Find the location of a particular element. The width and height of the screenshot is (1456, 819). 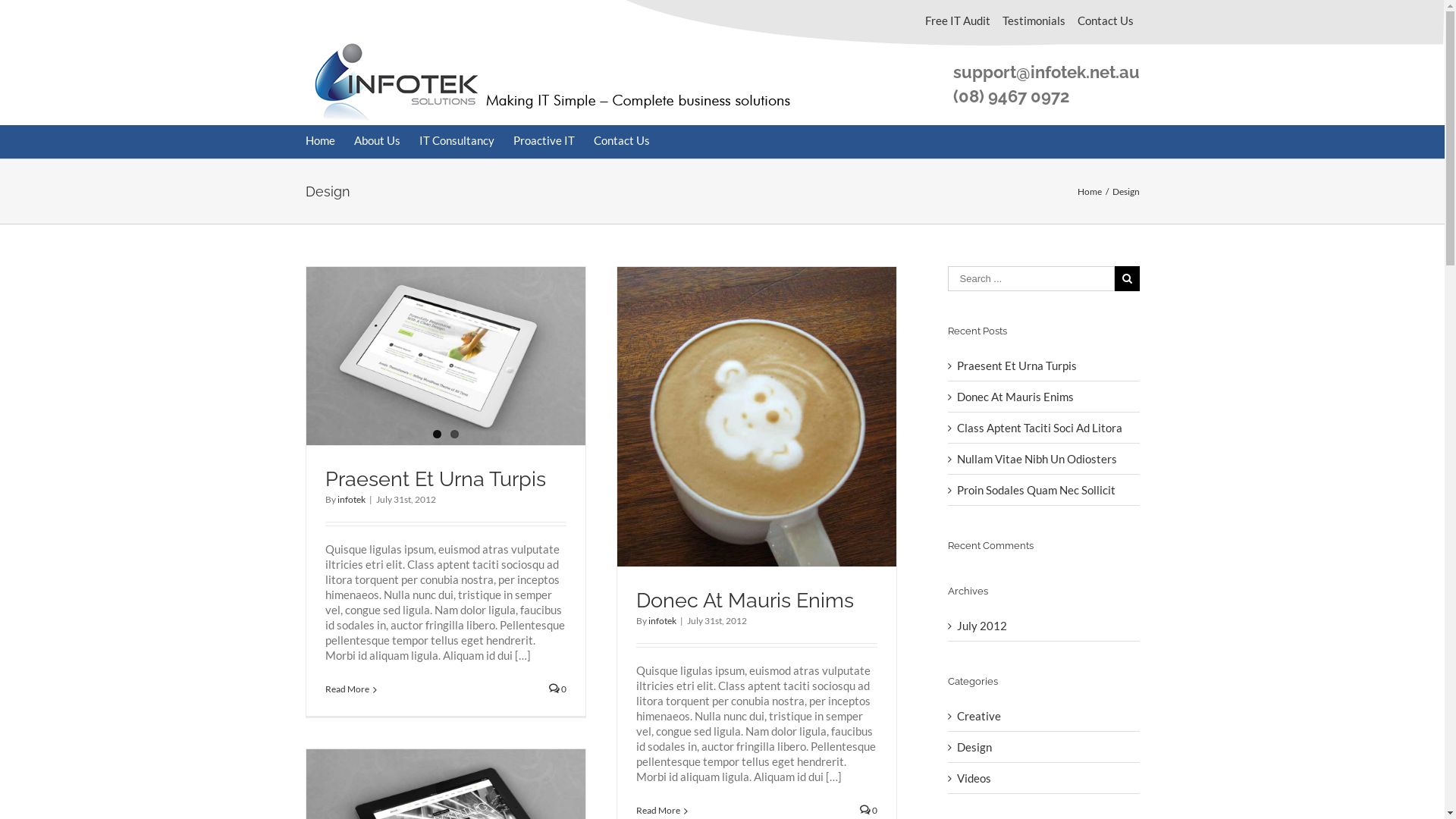

'Free IT Audit' is located at coordinates (956, 20).